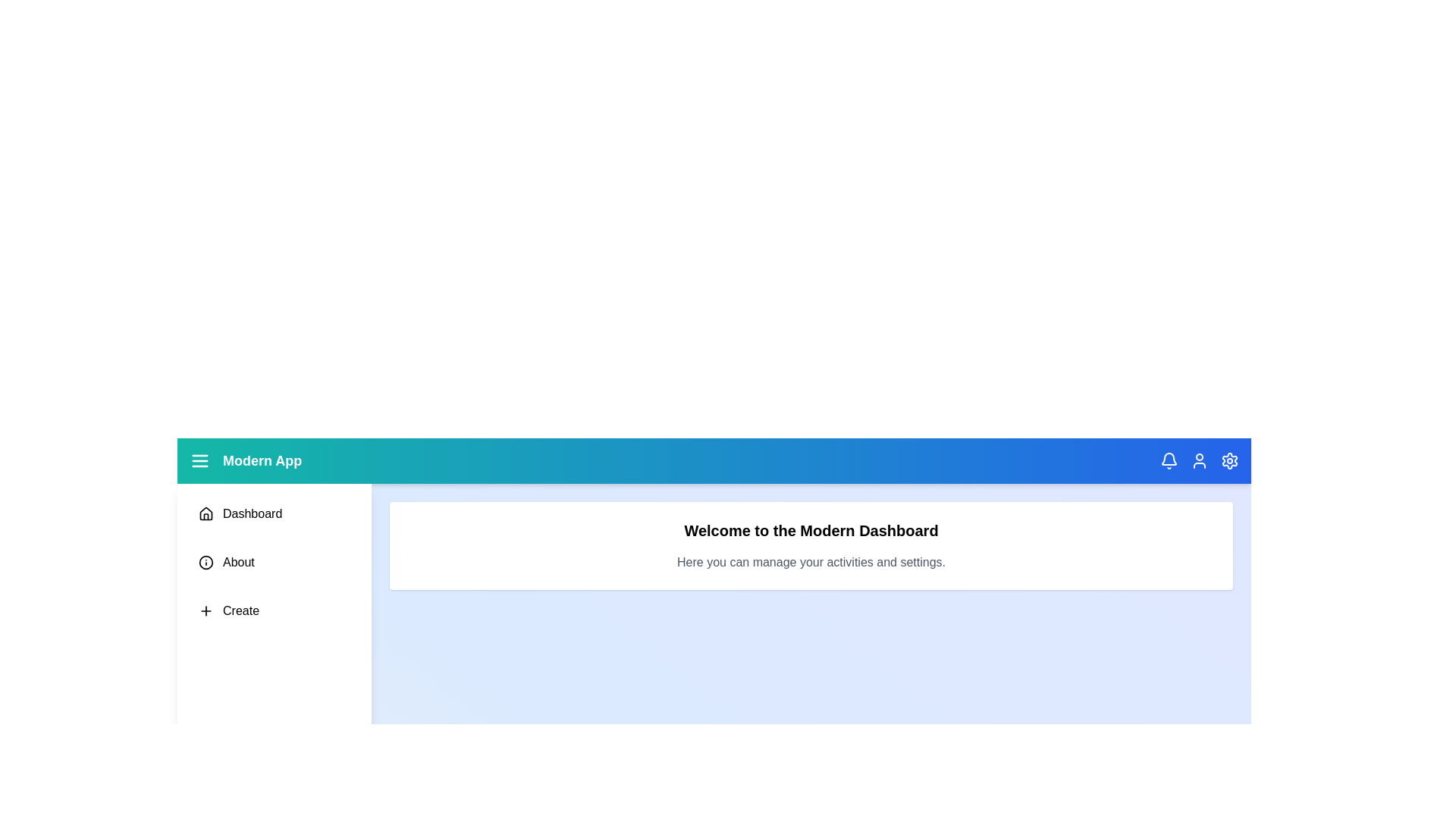 This screenshot has width=1456, height=819. What do you see at coordinates (1230, 460) in the screenshot?
I see `the header icon Settings to perform its respective action` at bounding box center [1230, 460].